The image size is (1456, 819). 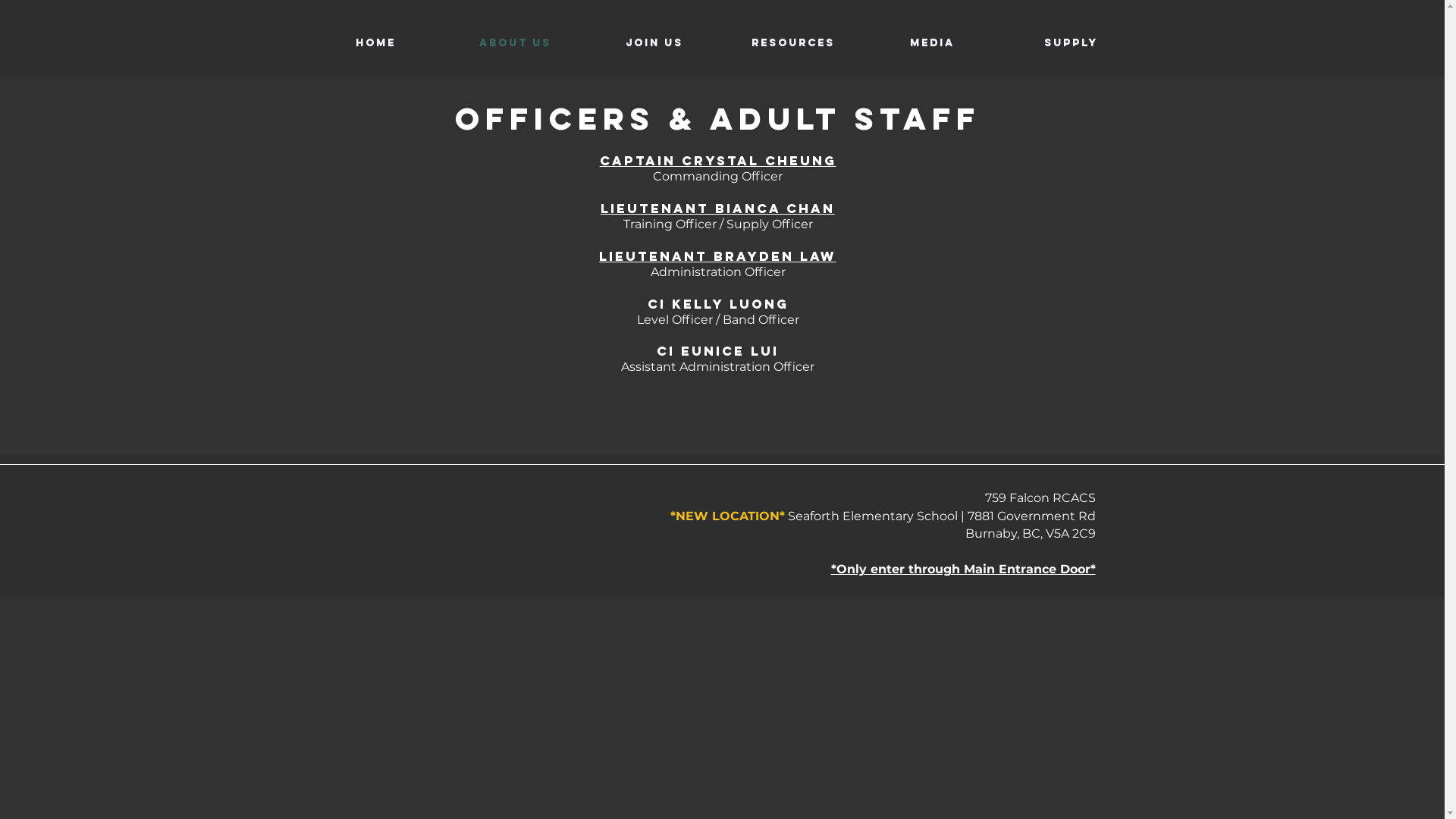 I want to click on 'Supply', so click(x=1001, y=42).